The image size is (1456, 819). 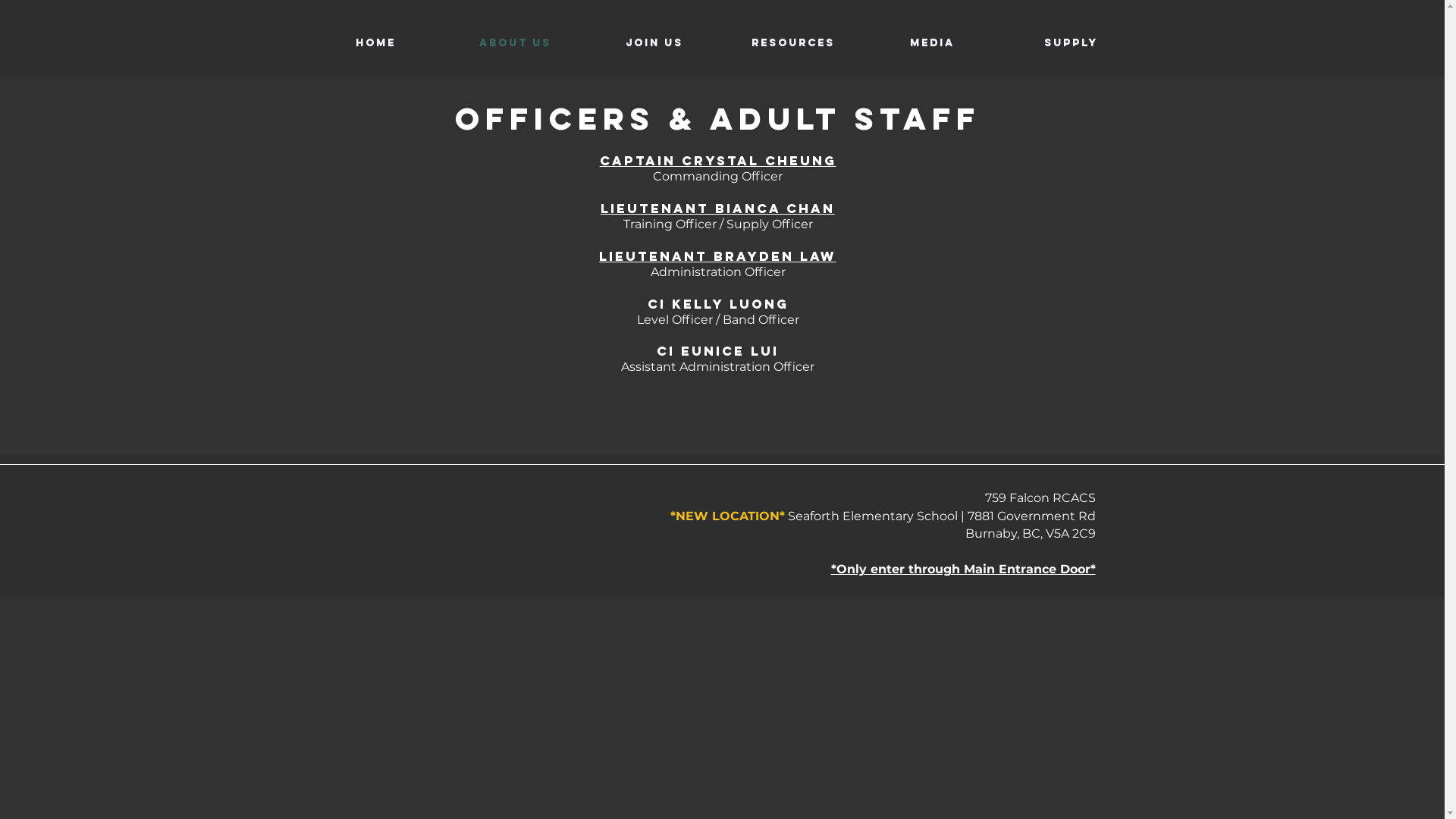 I want to click on 'Supply', so click(x=1001, y=42).